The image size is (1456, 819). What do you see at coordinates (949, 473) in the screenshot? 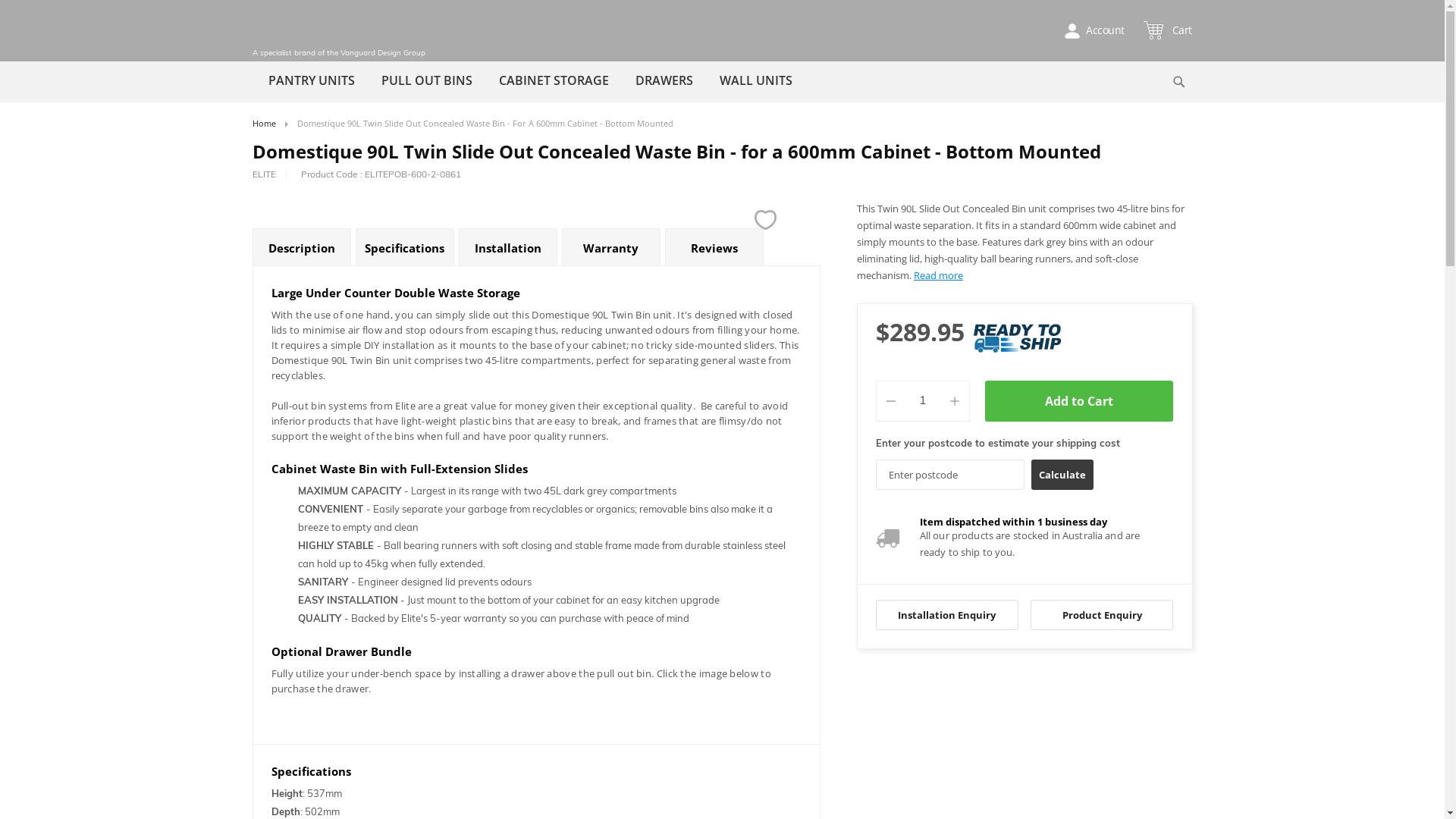
I see `'Postcode'` at bounding box center [949, 473].